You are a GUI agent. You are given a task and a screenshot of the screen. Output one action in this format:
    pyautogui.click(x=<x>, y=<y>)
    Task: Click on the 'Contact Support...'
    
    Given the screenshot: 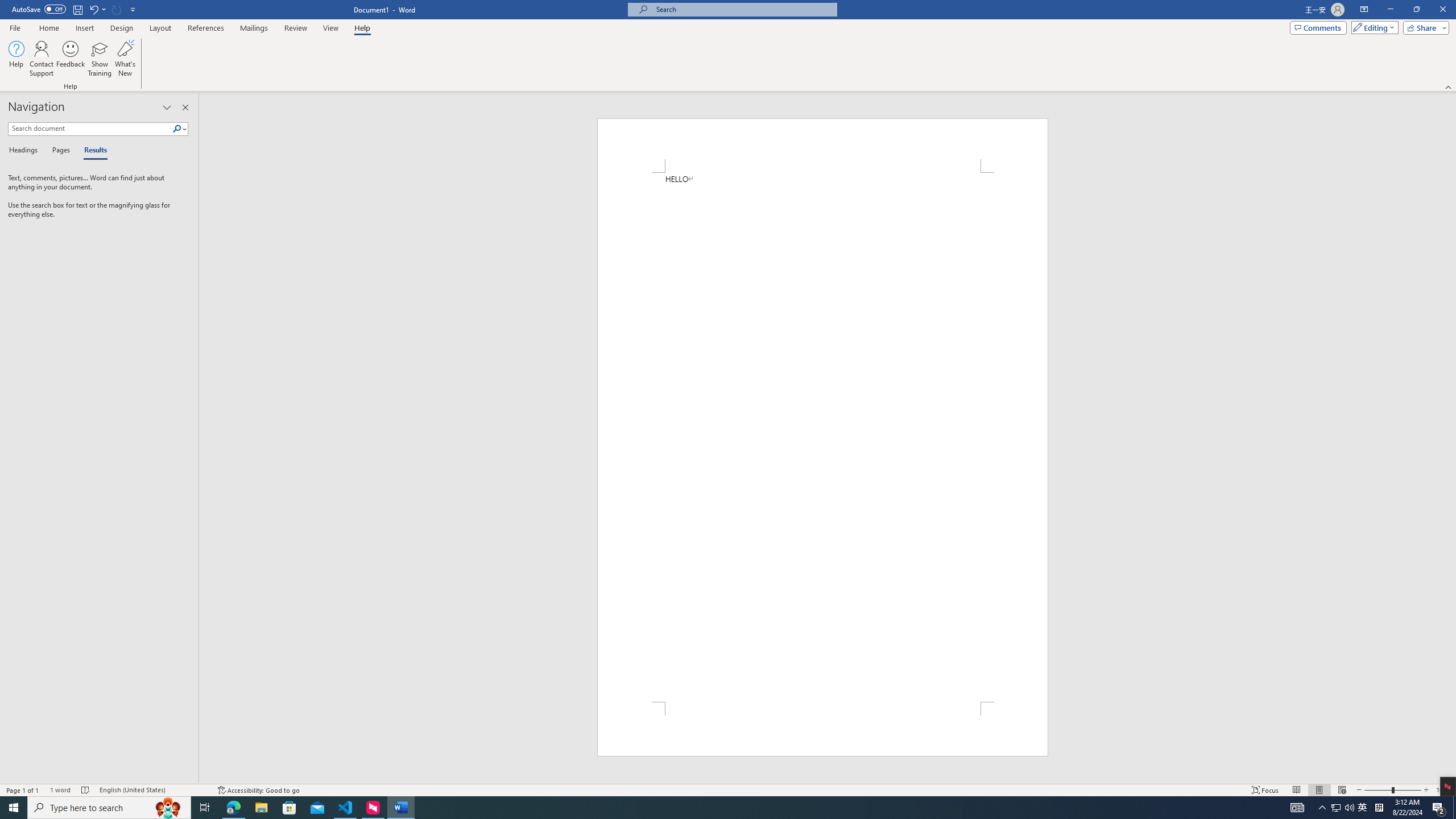 What is the action you would take?
    pyautogui.click(x=42, y=59)
    